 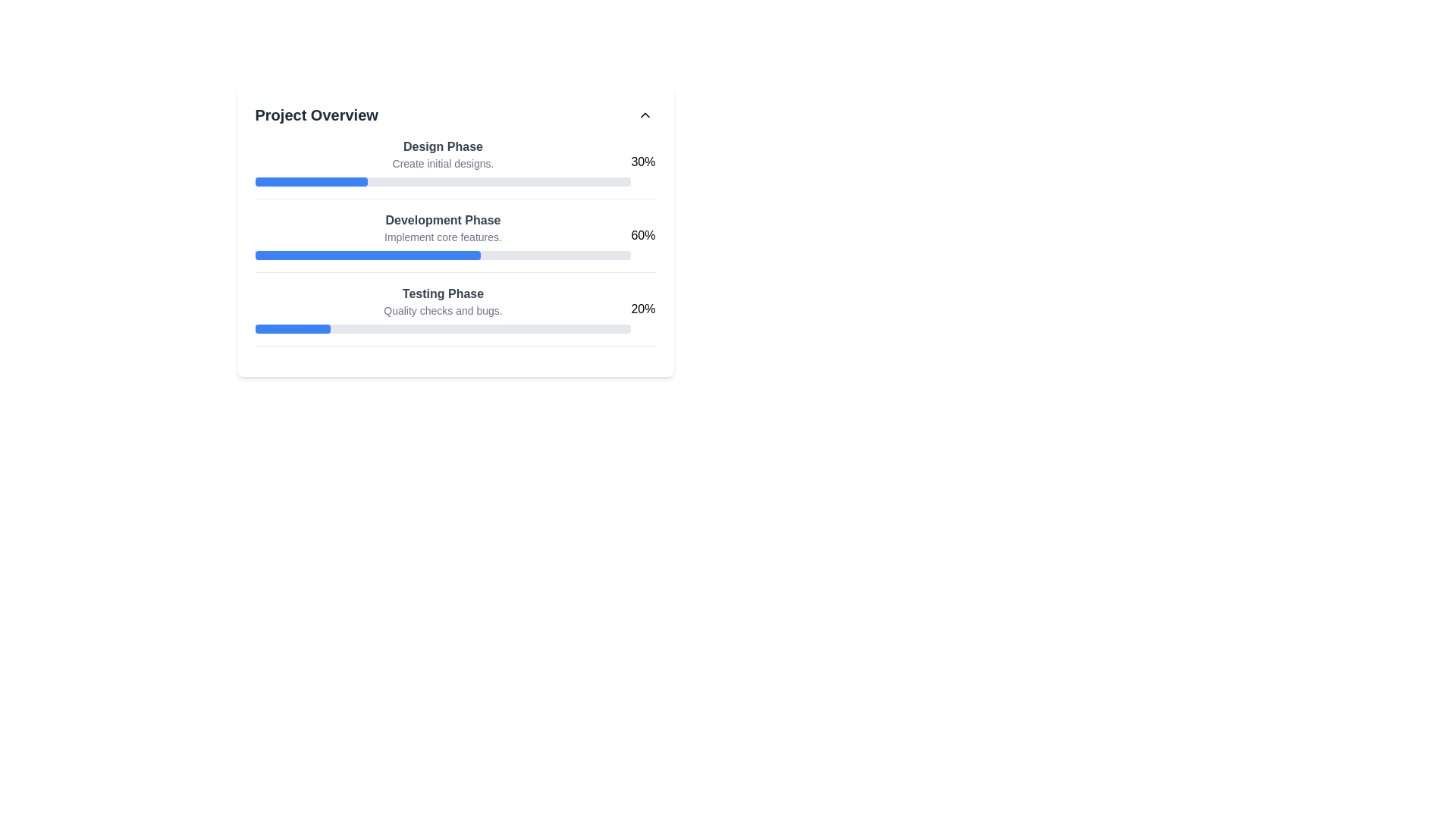 What do you see at coordinates (442, 180) in the screenshot?
I see `the horizontal progress bar located below the 'Design Phase' title and above the 'Development Phase' section, which has a gray background and a blue progress portion covering about 30% of its width` at bounding box center [442, 180].